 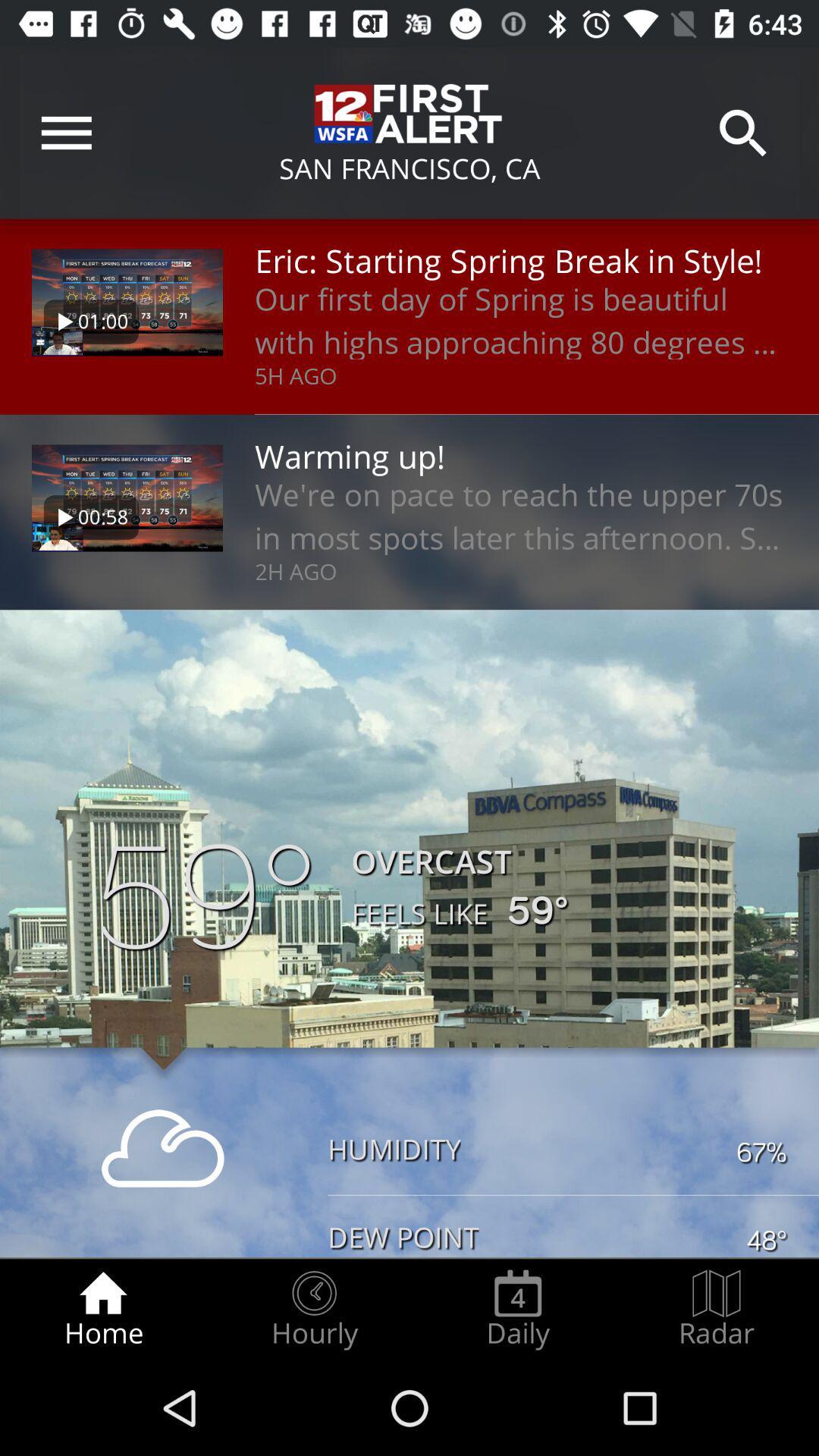 What do you see at coordinates (517, 1309) in the screenshot?
I see `radio button next to hourly icon` at bounding box center [517, 1309].